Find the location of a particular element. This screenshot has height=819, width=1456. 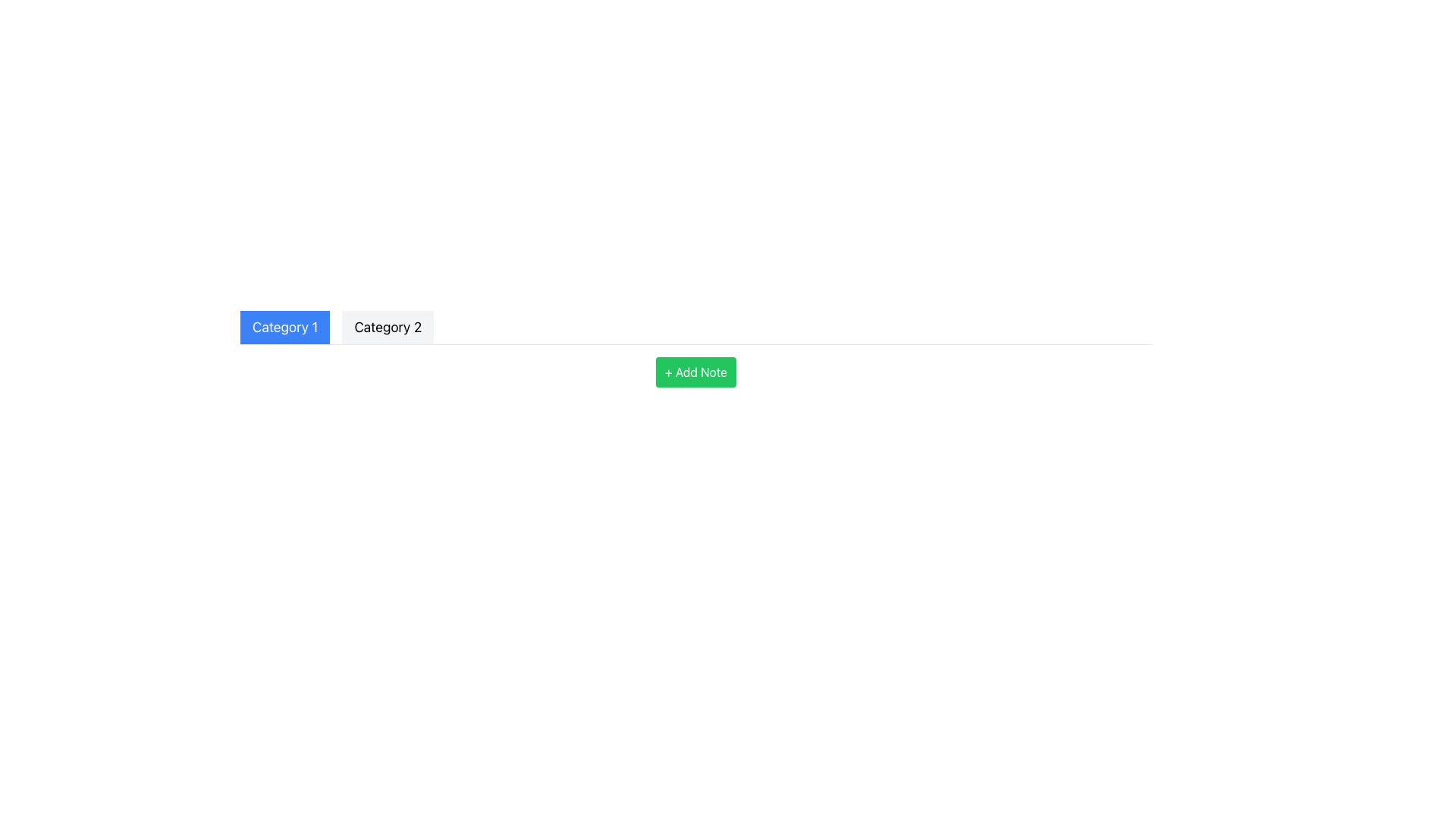

the 'Category 1' button with a blue background and white text is located at coordinates (285, 327).